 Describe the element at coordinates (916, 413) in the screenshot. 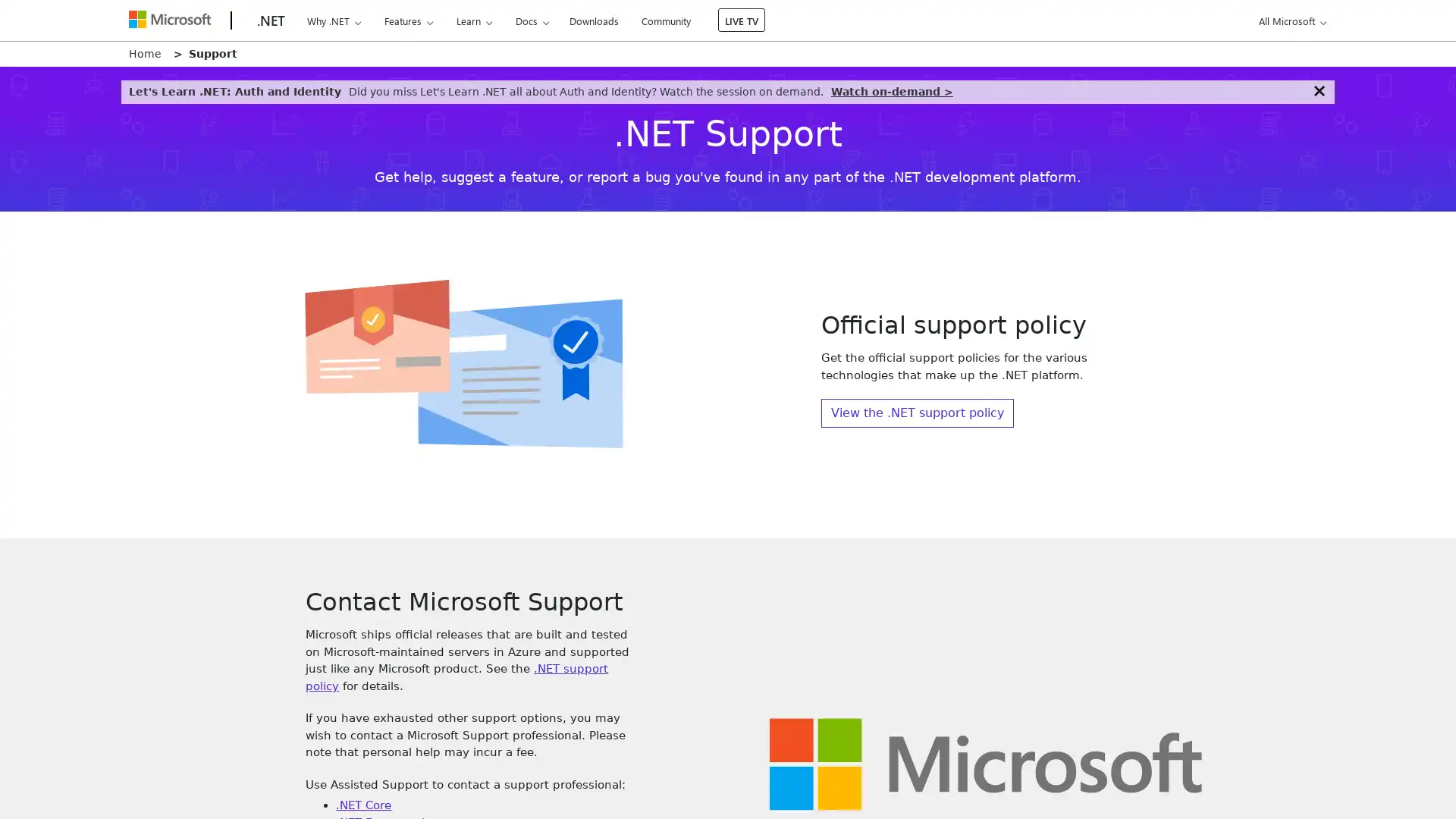

I see `View the .NET support policy` at that location.